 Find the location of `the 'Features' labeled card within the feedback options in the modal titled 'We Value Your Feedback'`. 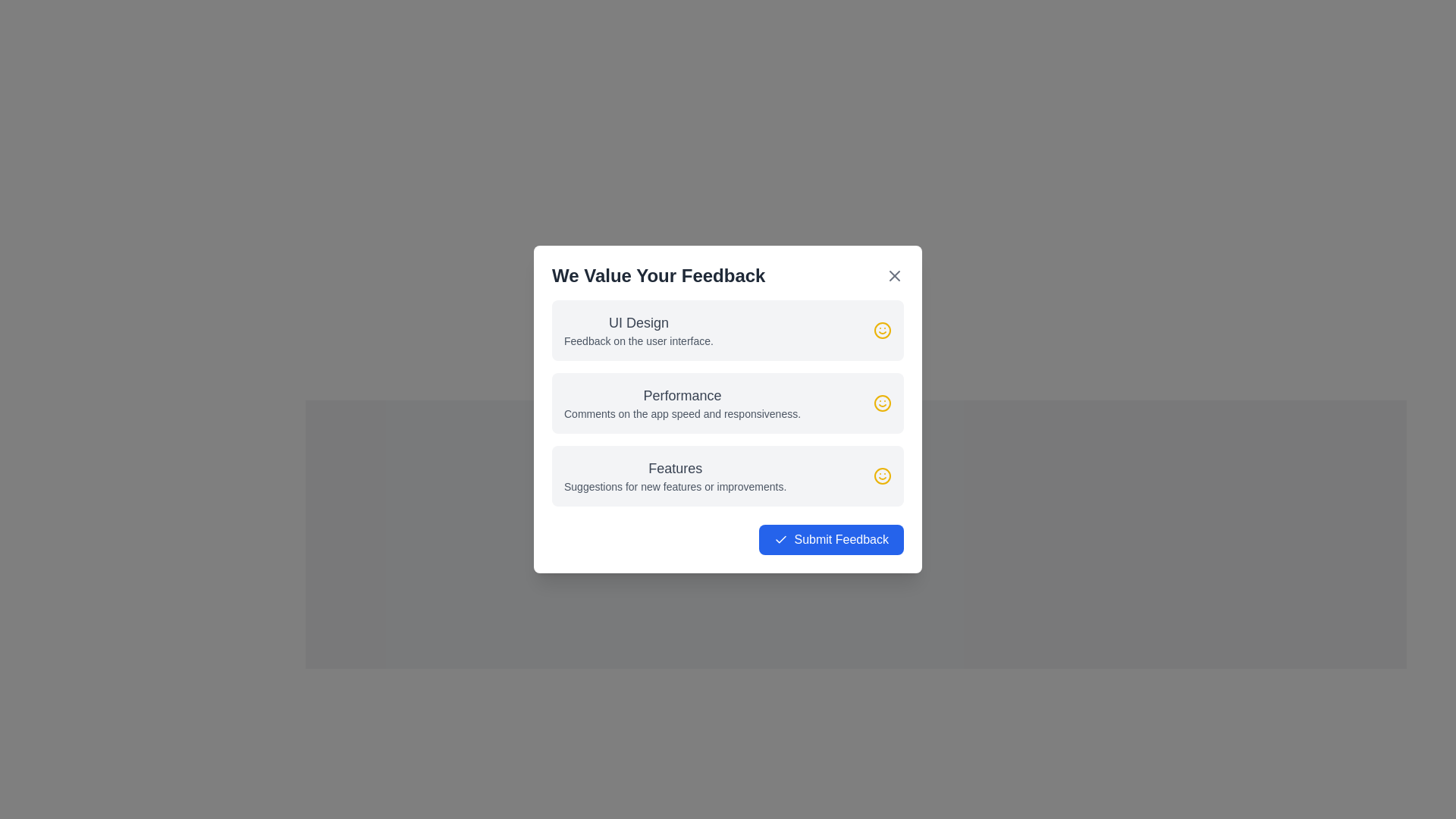

the 'Features' labeled card within the feedback options in the modal titled 'We Value Your Feedback' is located at coordinates (674, 475).